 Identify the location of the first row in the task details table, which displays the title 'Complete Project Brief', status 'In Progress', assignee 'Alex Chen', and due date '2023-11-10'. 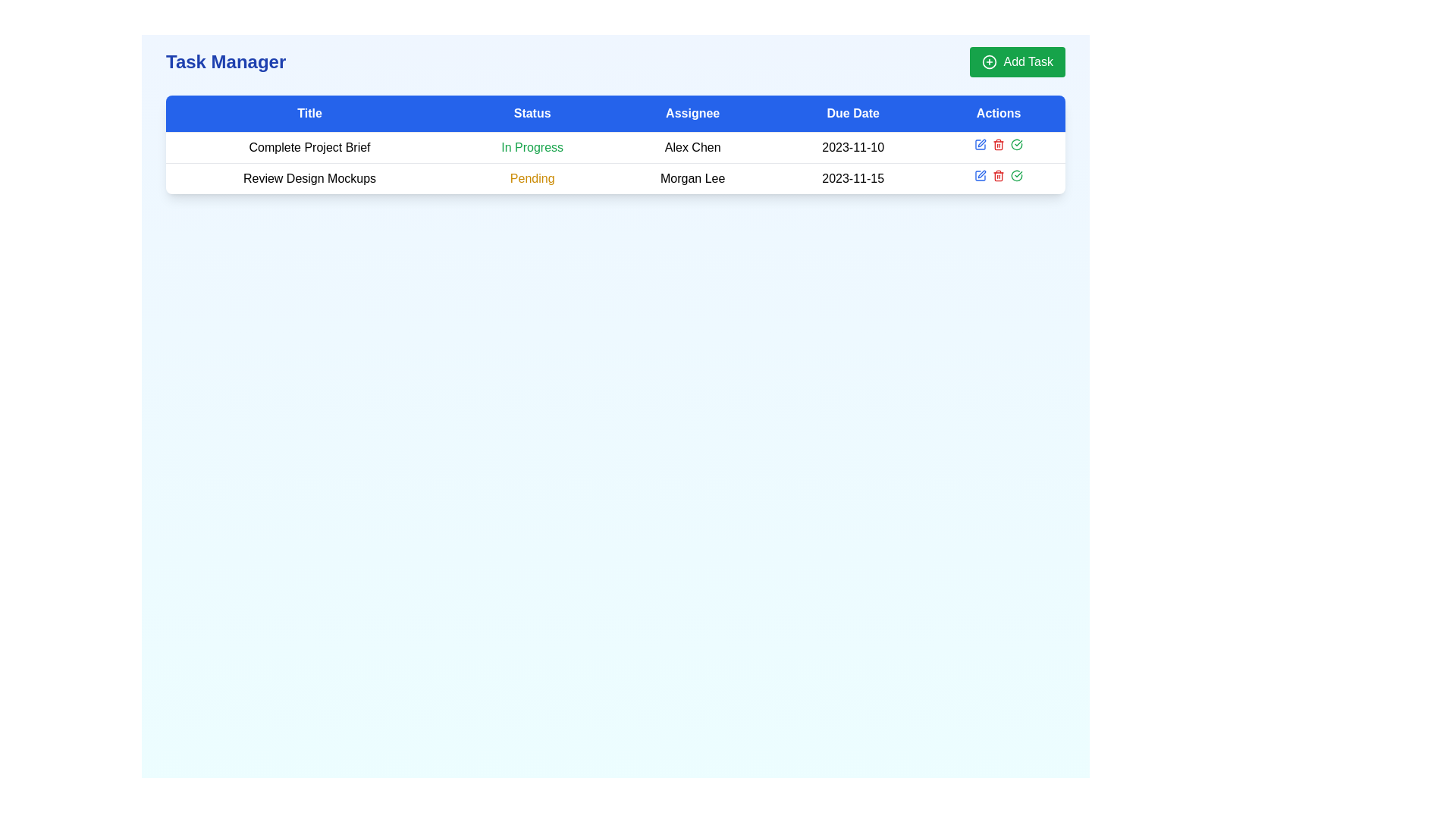
(615, 148).